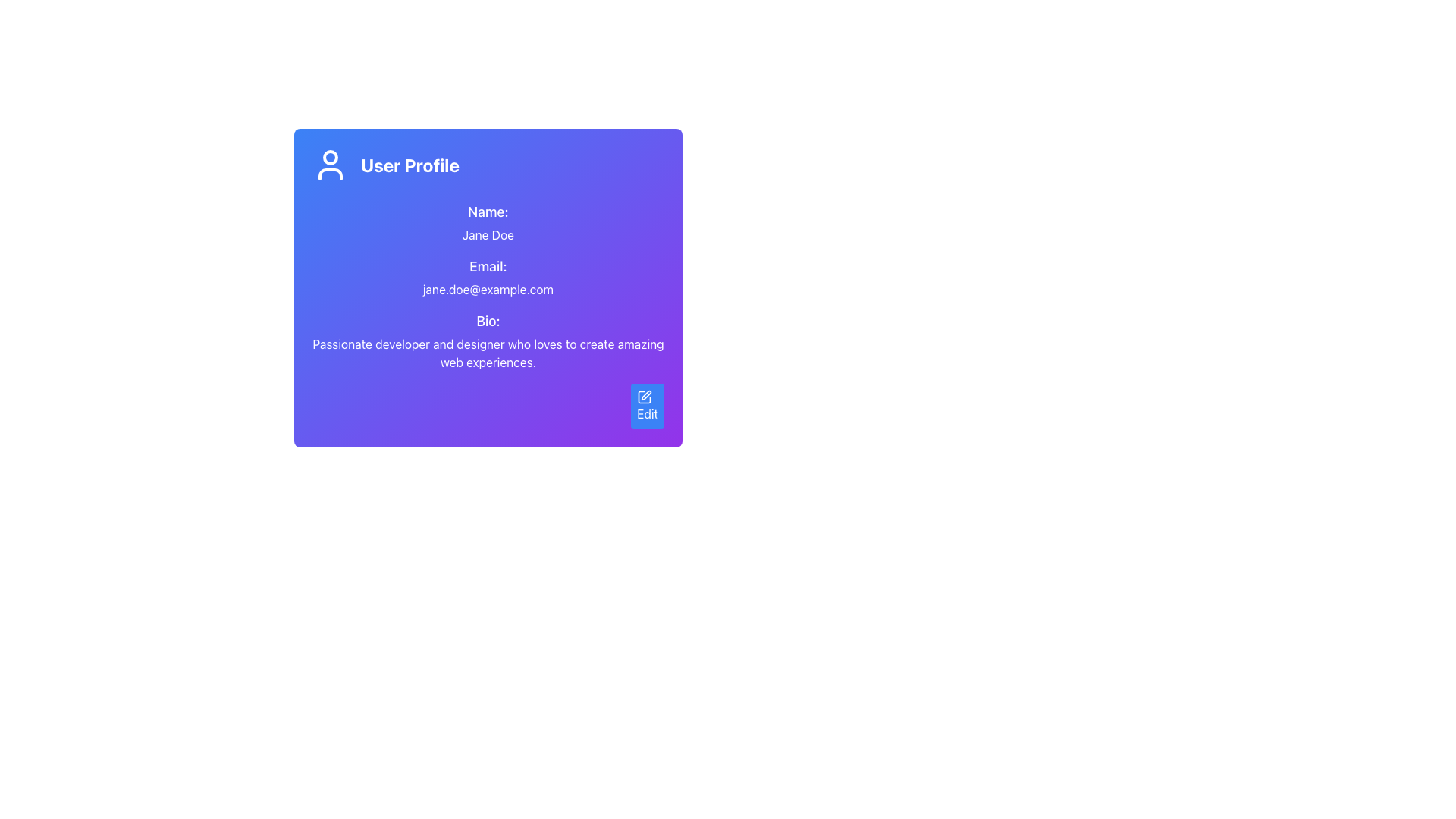  What do you see at coordinates (488, 321) in the screenshot?
I see `the text label that signifies the user's biography, located centrally above the descriptive paragraph and below the user's email information` at bounding box center [488, 321].